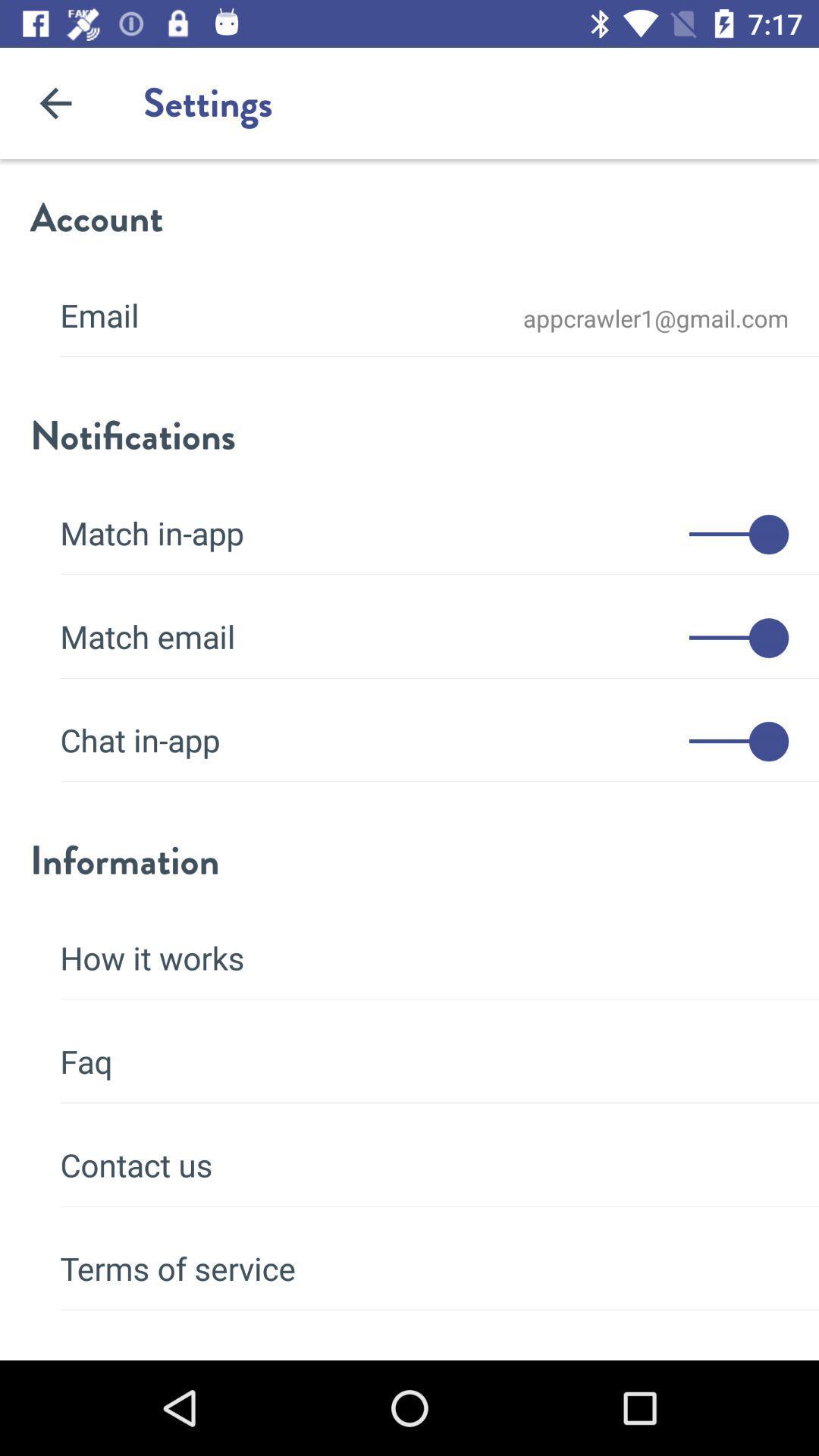  Describe the element at coordinates (424, 1259) in the screenshot. I see `the text terms of service` at that location.